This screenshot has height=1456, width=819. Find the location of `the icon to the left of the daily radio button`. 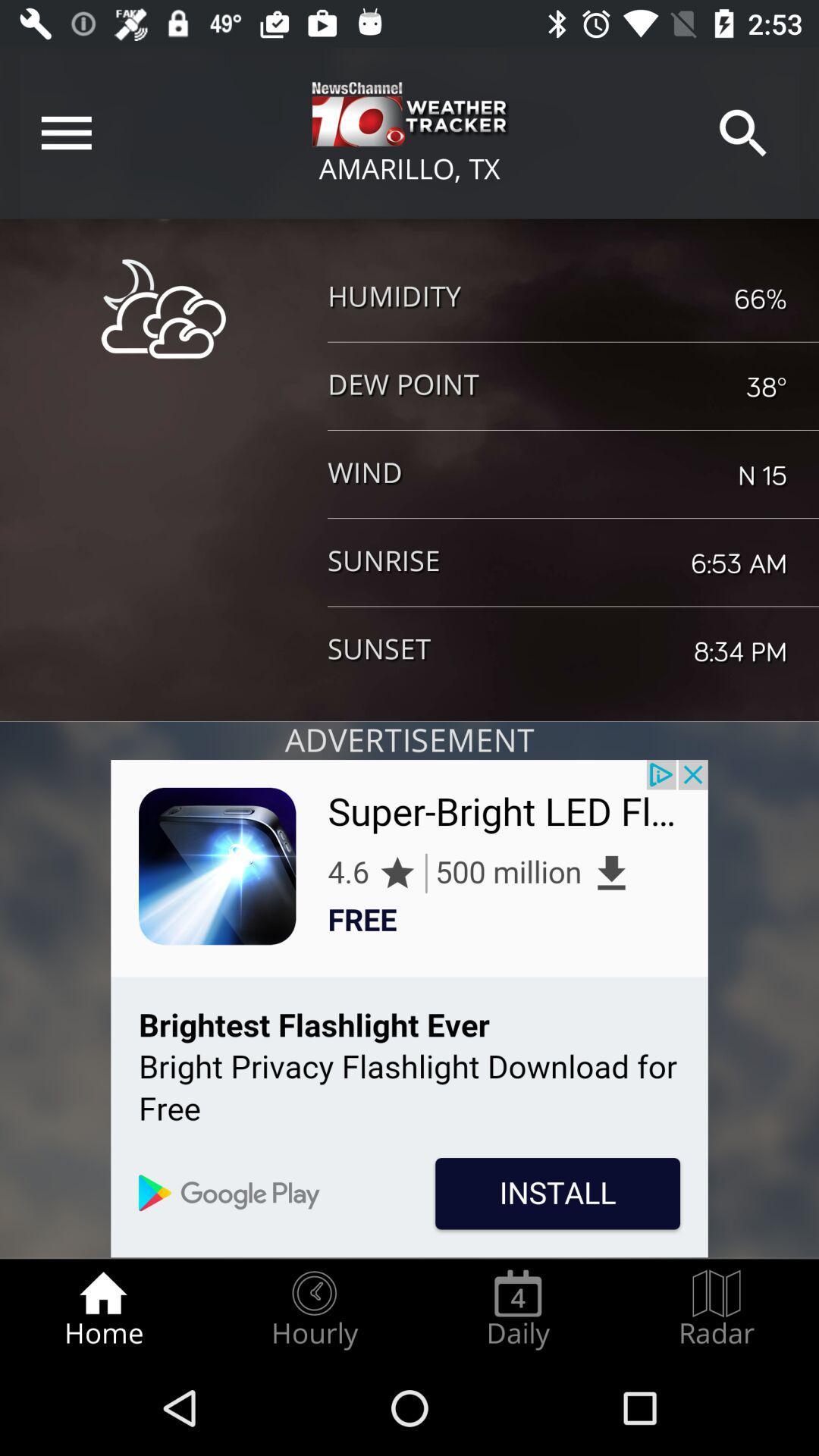

the icon to the left of the daily radio button is located at coordinates (313, 1309).